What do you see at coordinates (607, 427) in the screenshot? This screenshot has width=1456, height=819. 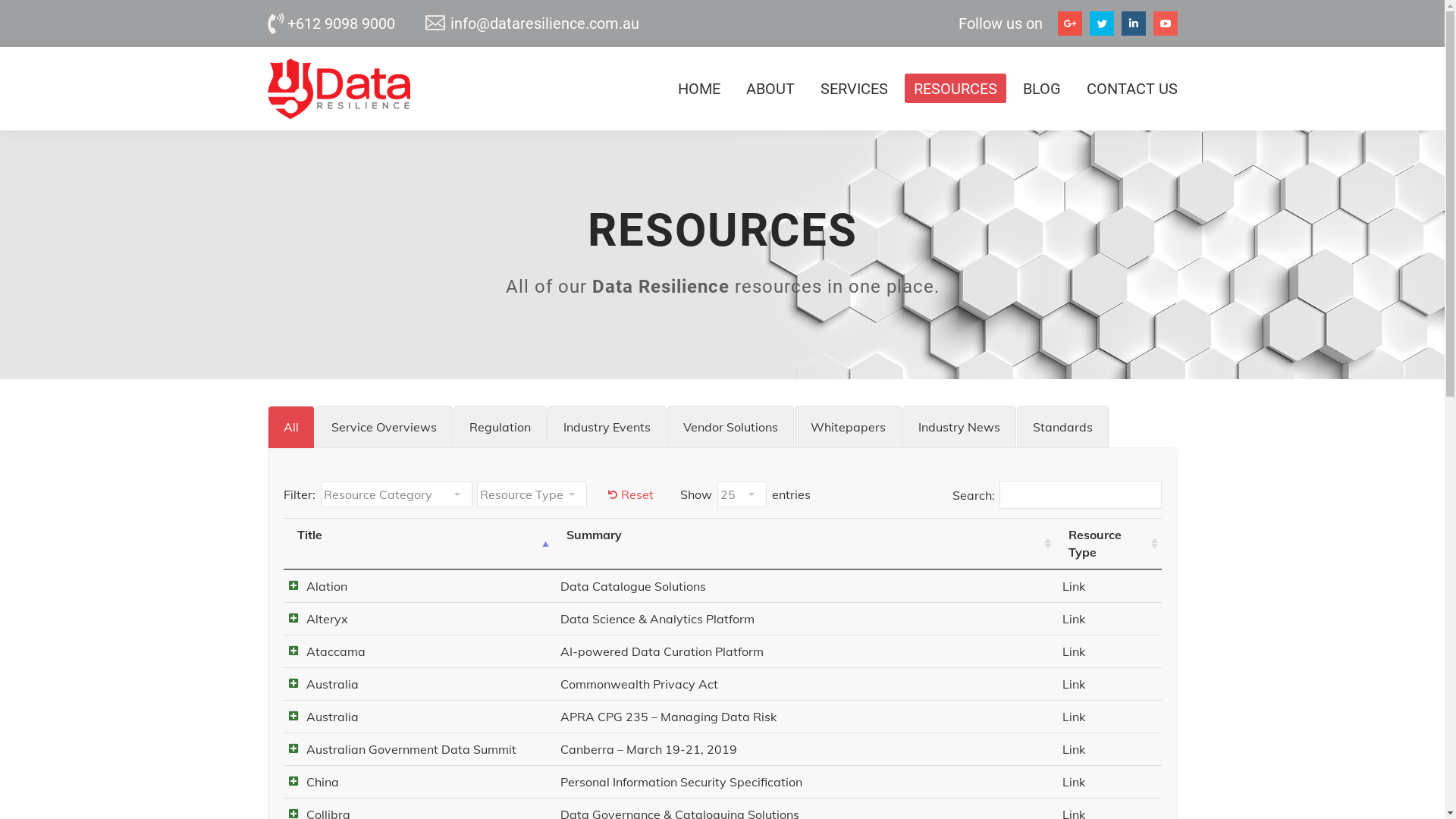 I see `'Industry Events'` at bounding box center [607, 427].